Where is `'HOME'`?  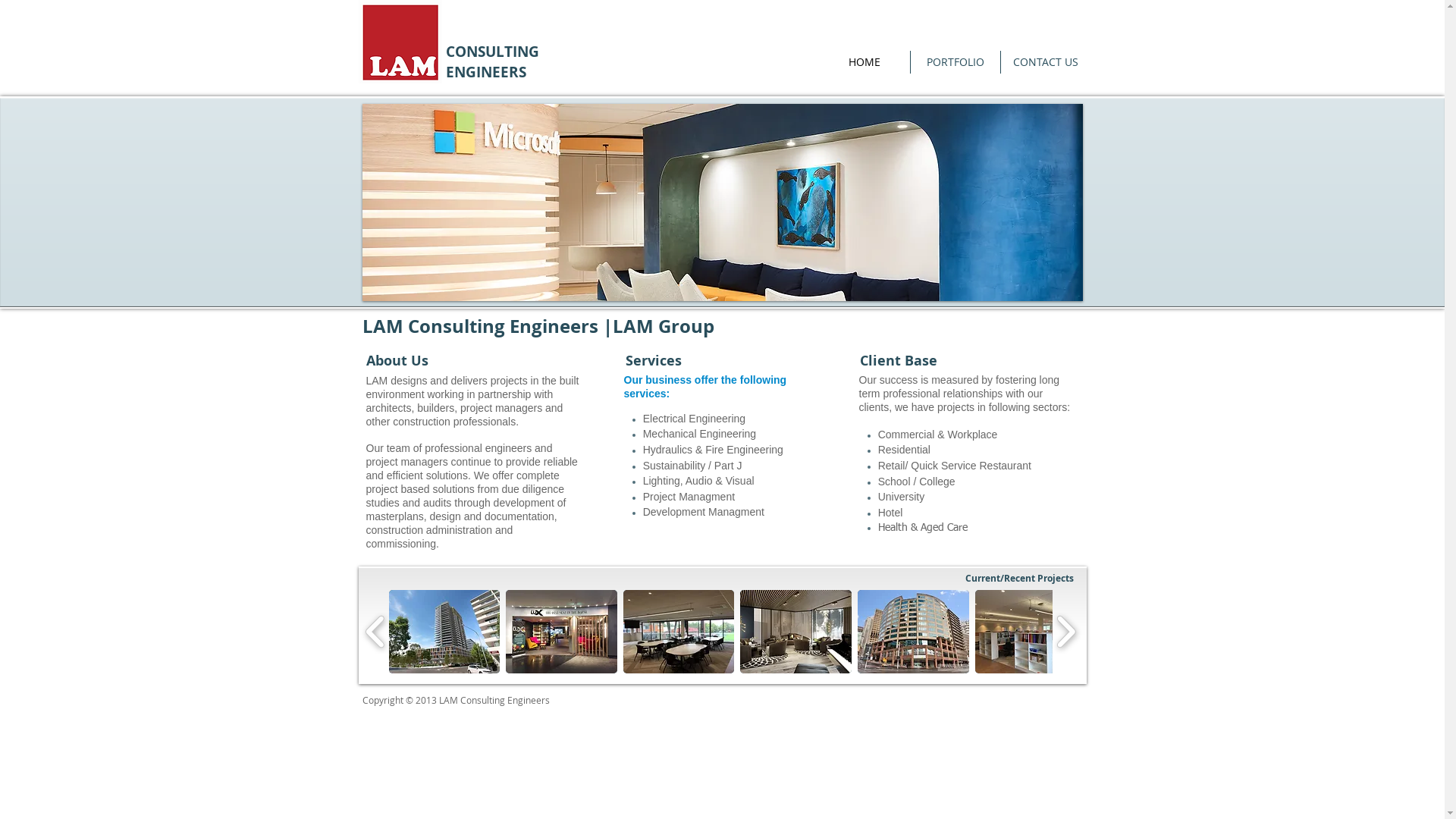
'HOME' is located at coordinates (864, 61).